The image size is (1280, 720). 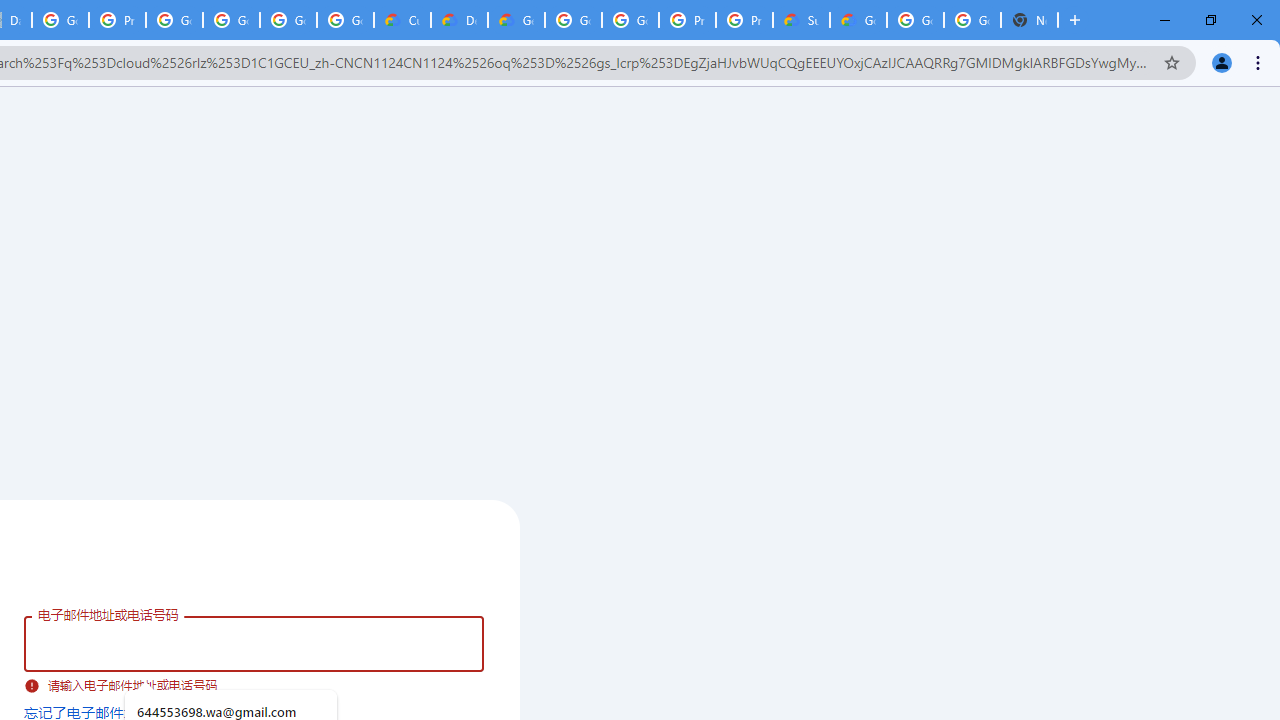 What do you see at coordinates (858, 20) in the screenshot?
I see `'Google Cloud Service Health'` at bounding box center [858, 20].